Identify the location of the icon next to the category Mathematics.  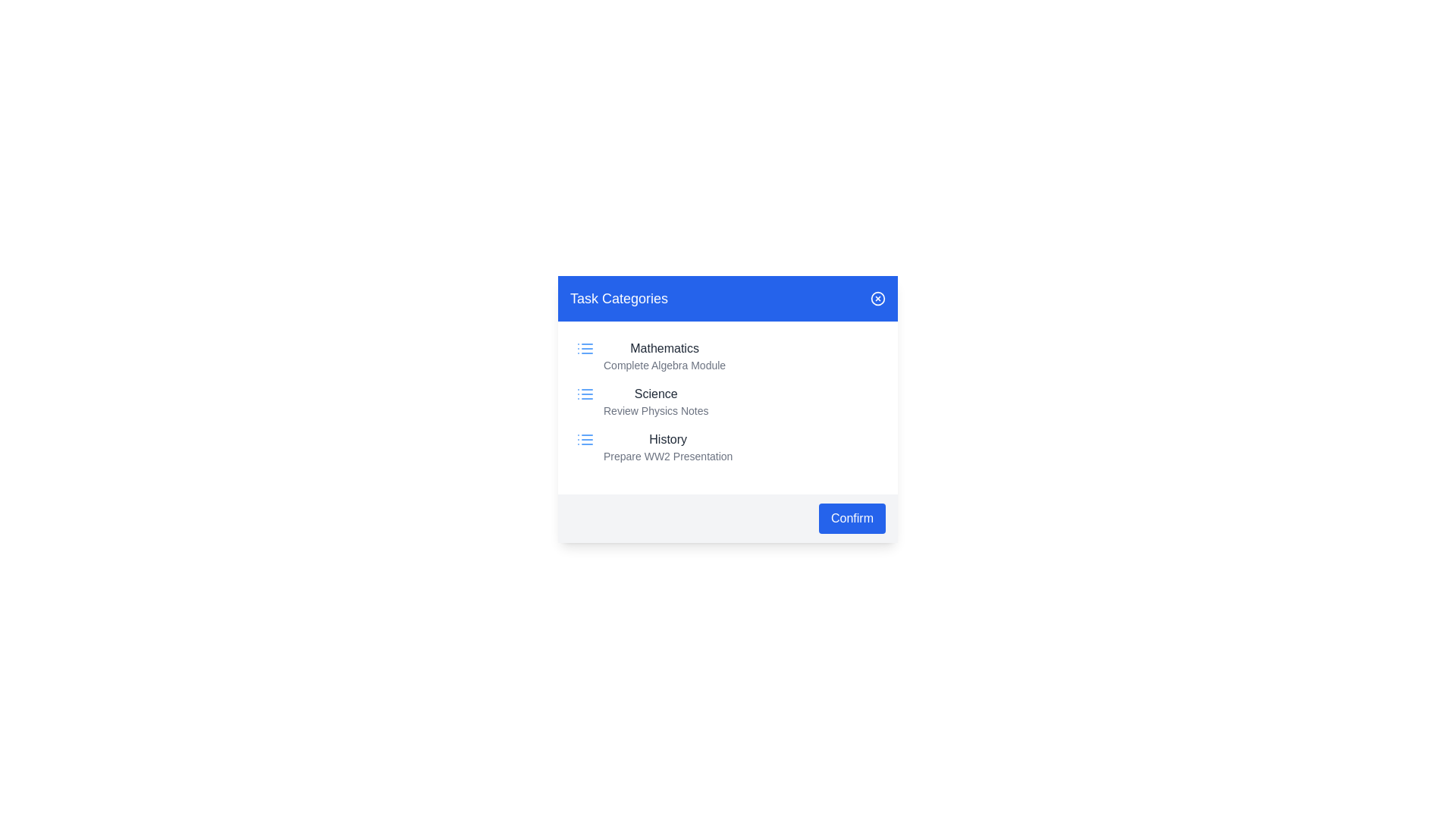
(585, 348).